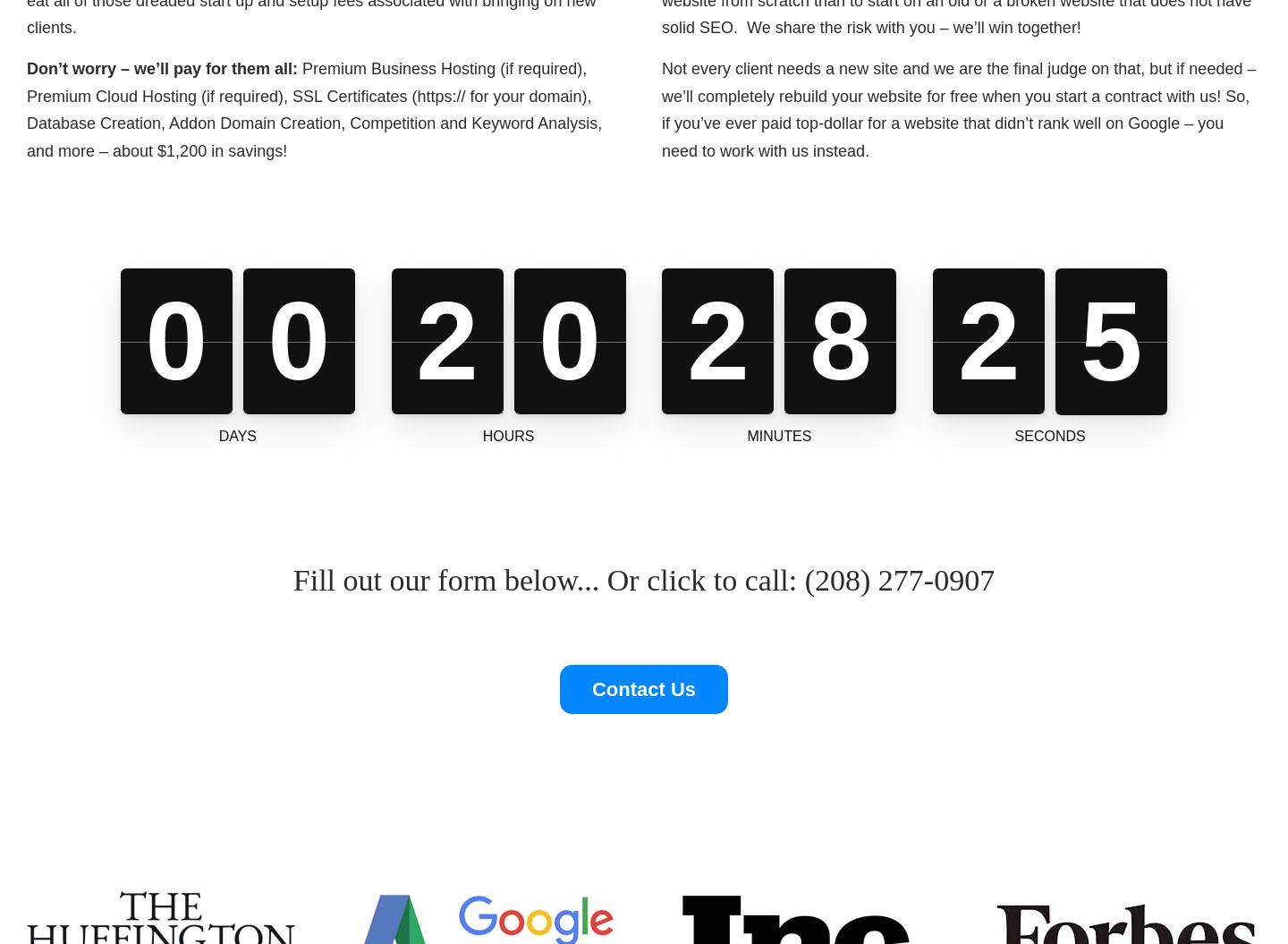 The width and height of the screenshot is (1288, 944). Describe the element at coordinates (165, 68) in the screenshot. I see `'Don’t worry – we’ll pay for them all:'` at that location.